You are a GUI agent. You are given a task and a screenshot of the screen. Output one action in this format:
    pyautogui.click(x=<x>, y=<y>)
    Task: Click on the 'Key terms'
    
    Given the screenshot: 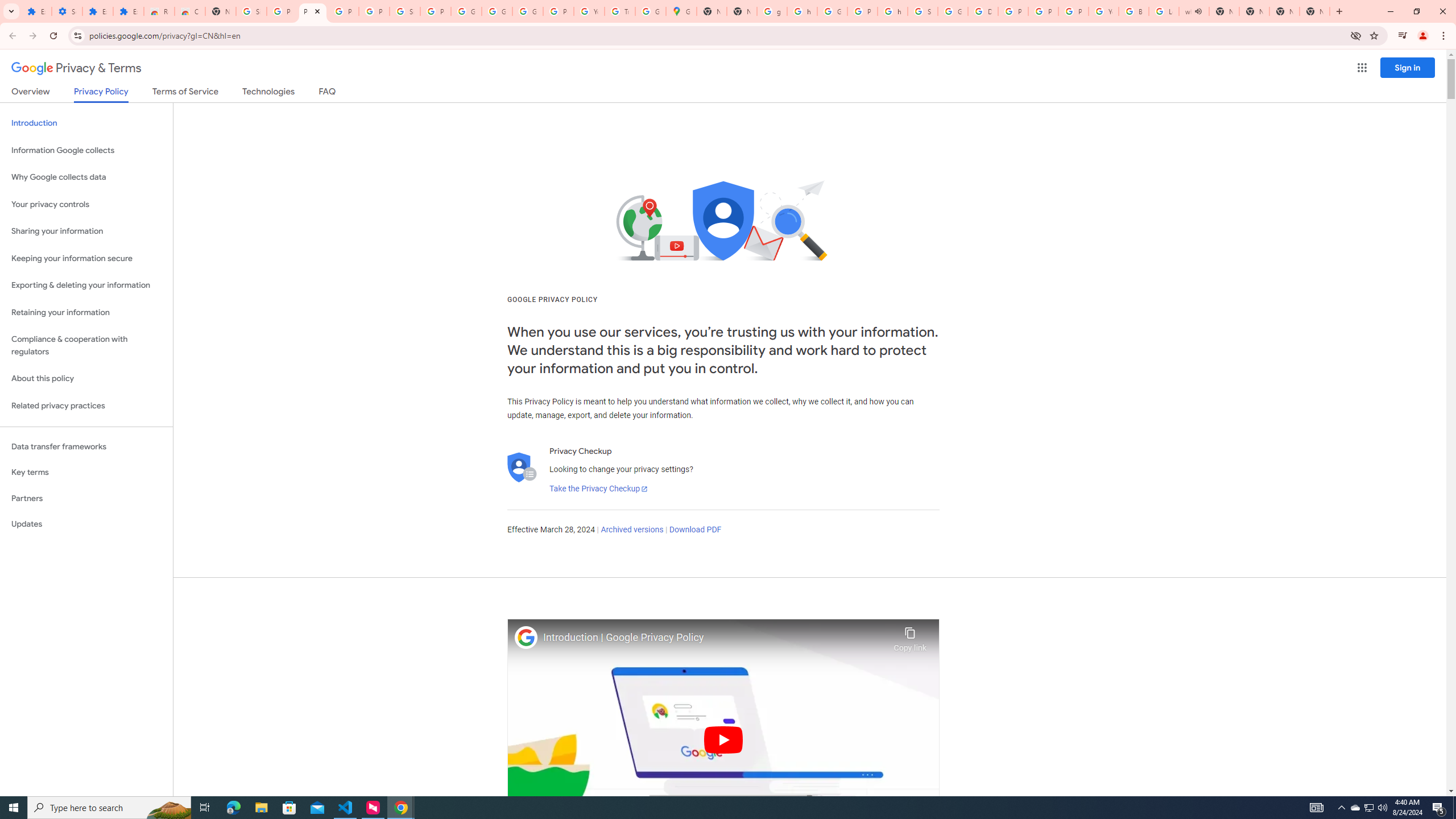 What is the action you would take?
    pyautogui.click(x=86, y=472)
    